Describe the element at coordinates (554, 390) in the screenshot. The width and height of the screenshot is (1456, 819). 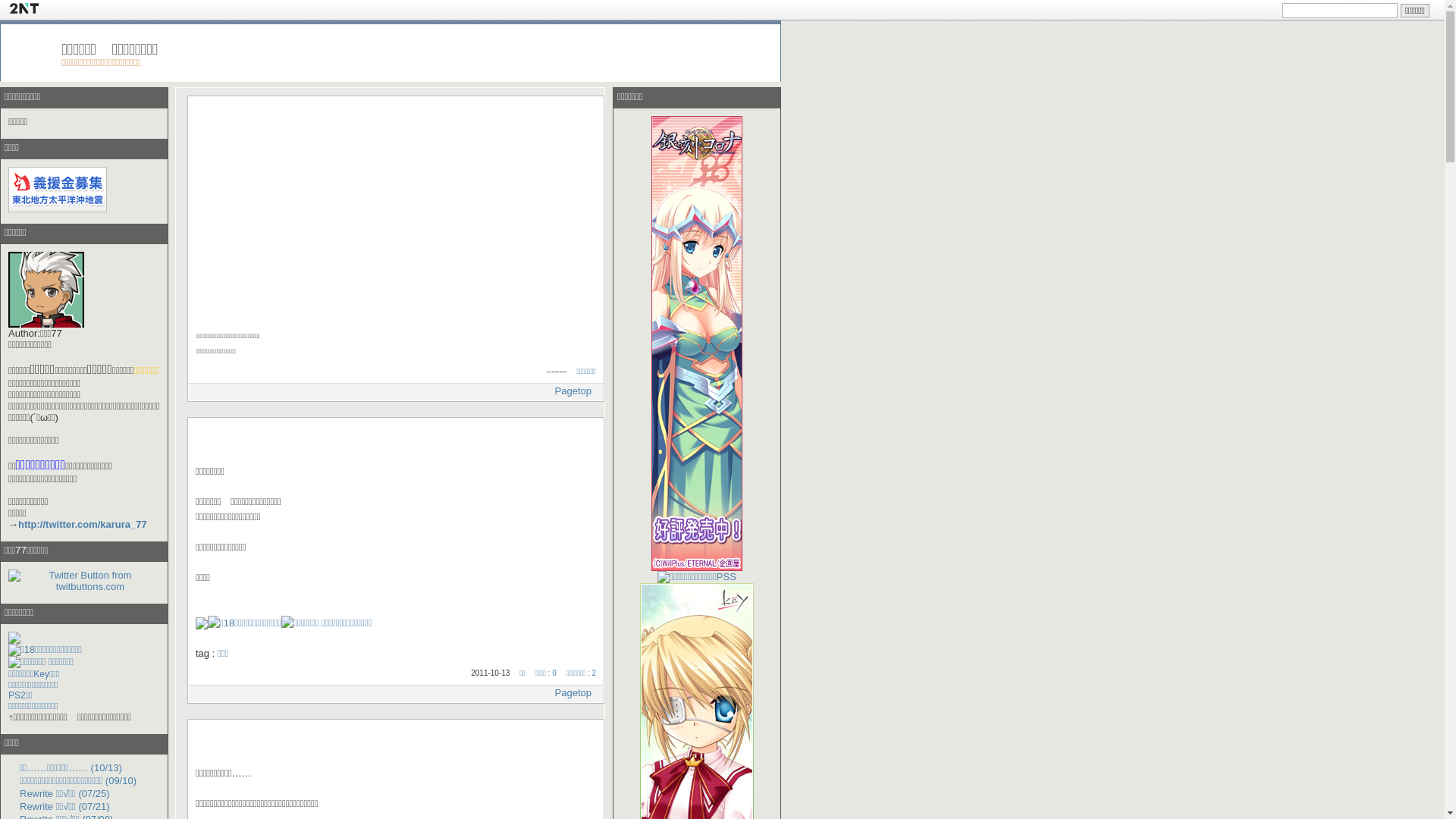
I see `'Pagetop'` at that location.